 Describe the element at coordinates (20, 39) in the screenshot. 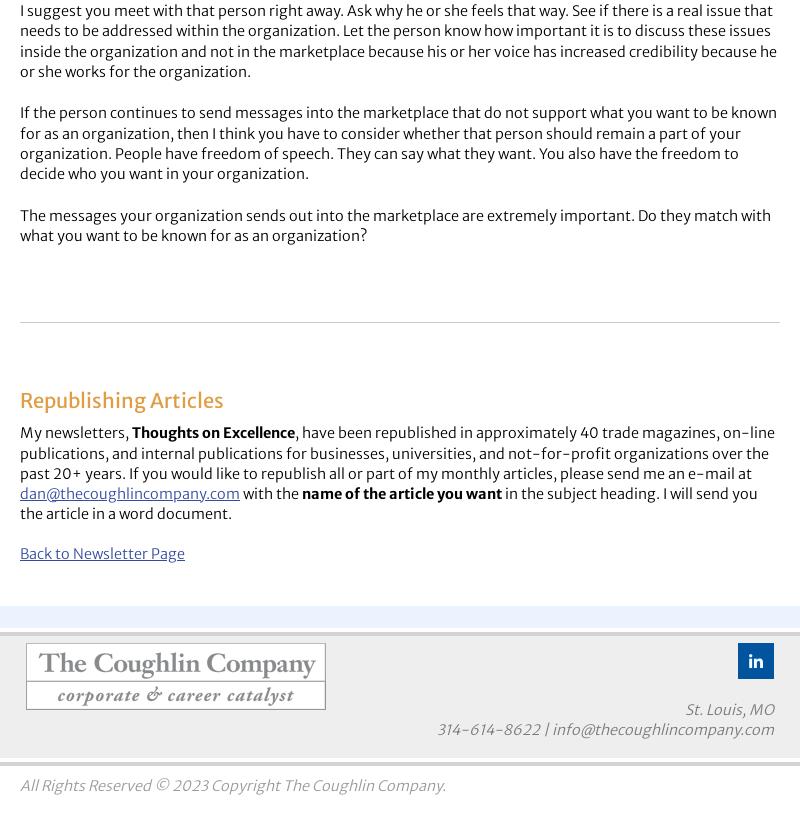

I see `'I suggest you meet with that person right away. Ask why he or she feels that way. See if there is a real issue that needs to be addressed within the organization. Let the person know how important it is to discuss these issues inside the organization and not in the marketplace because his or her voice has increased credibility because he or she works for the organization.'` at that location.